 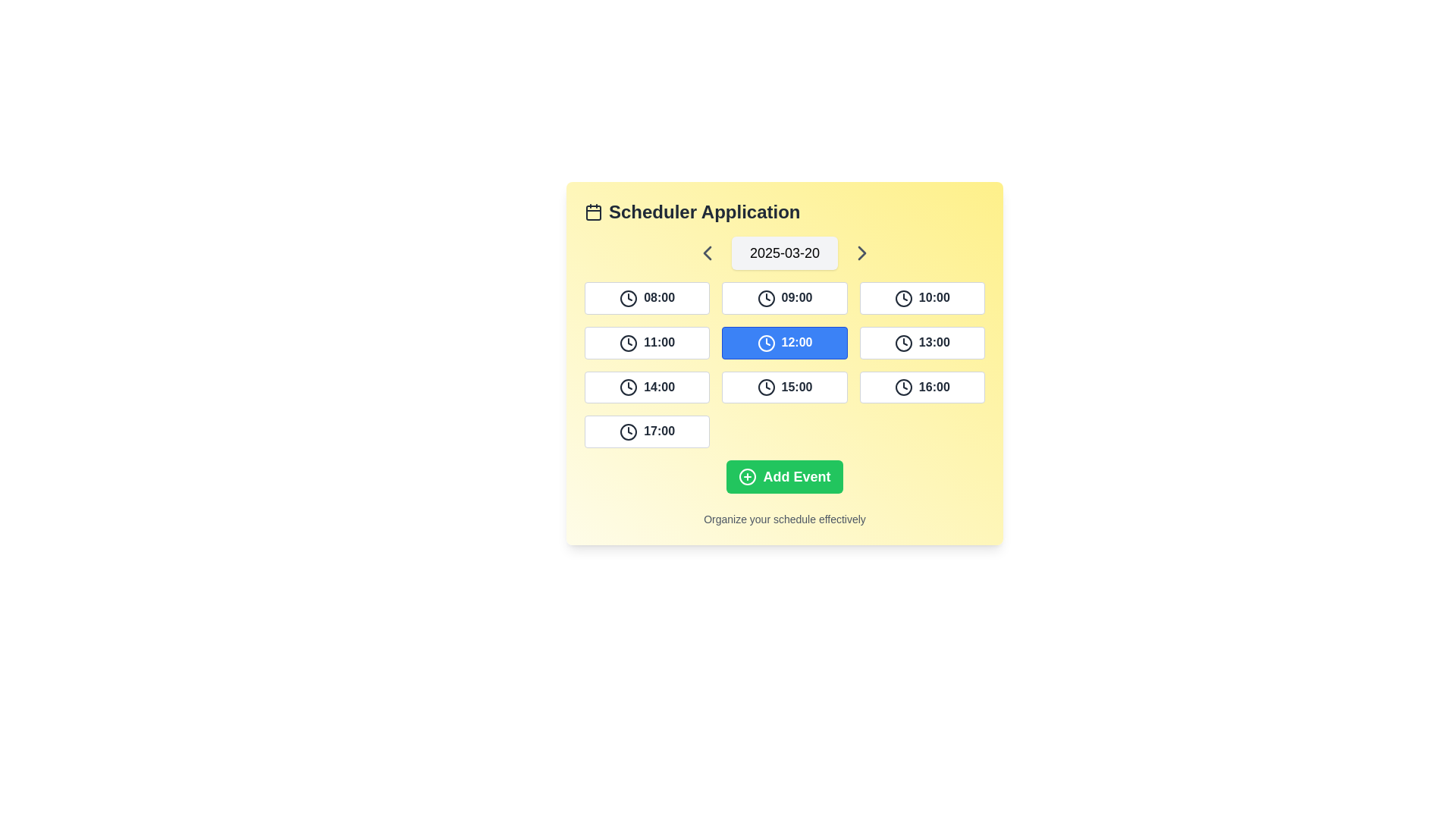 What do you see at coordinates (766, 343) in the screenshot?
I see `the clock icon, which is styled in a minimal fashion with a circular outline and clock hands indicating 12 o'clock, located within the button labeled '12:00' in the time slots grid` at bounding box center [766, 343].